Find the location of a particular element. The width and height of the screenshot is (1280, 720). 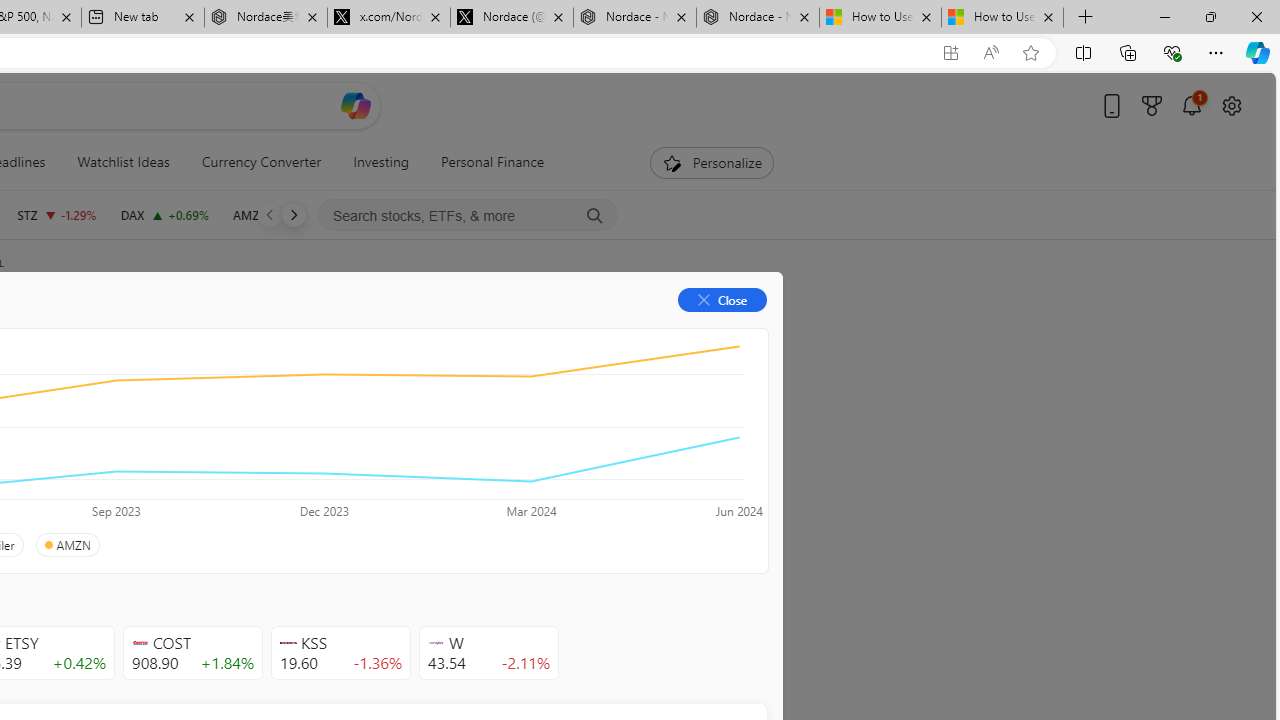

'Personal Finance' is located at coordinates (485, 162).